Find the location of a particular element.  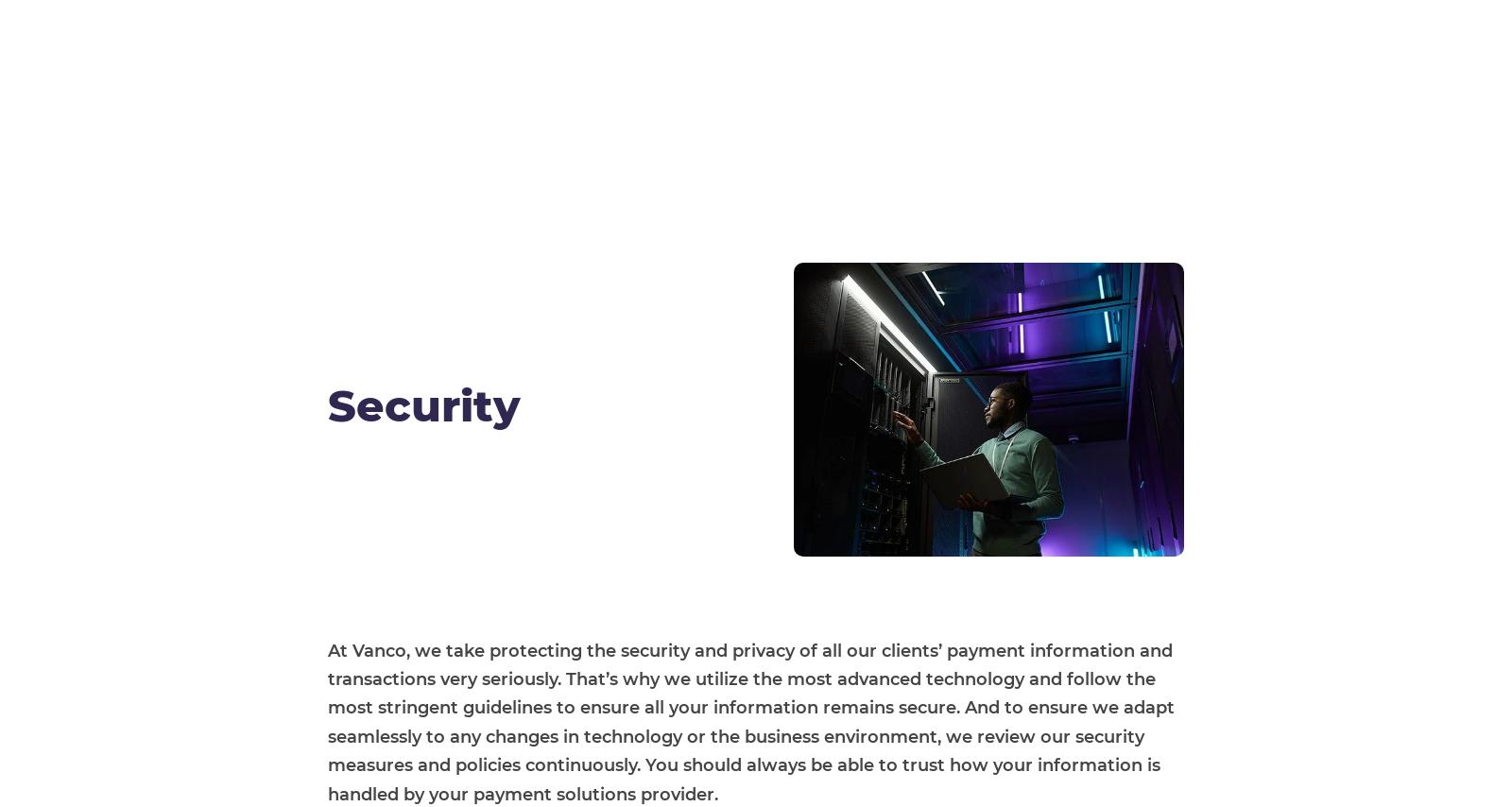

'400 Northridge Rd.' is located at coordinates (962, 714).